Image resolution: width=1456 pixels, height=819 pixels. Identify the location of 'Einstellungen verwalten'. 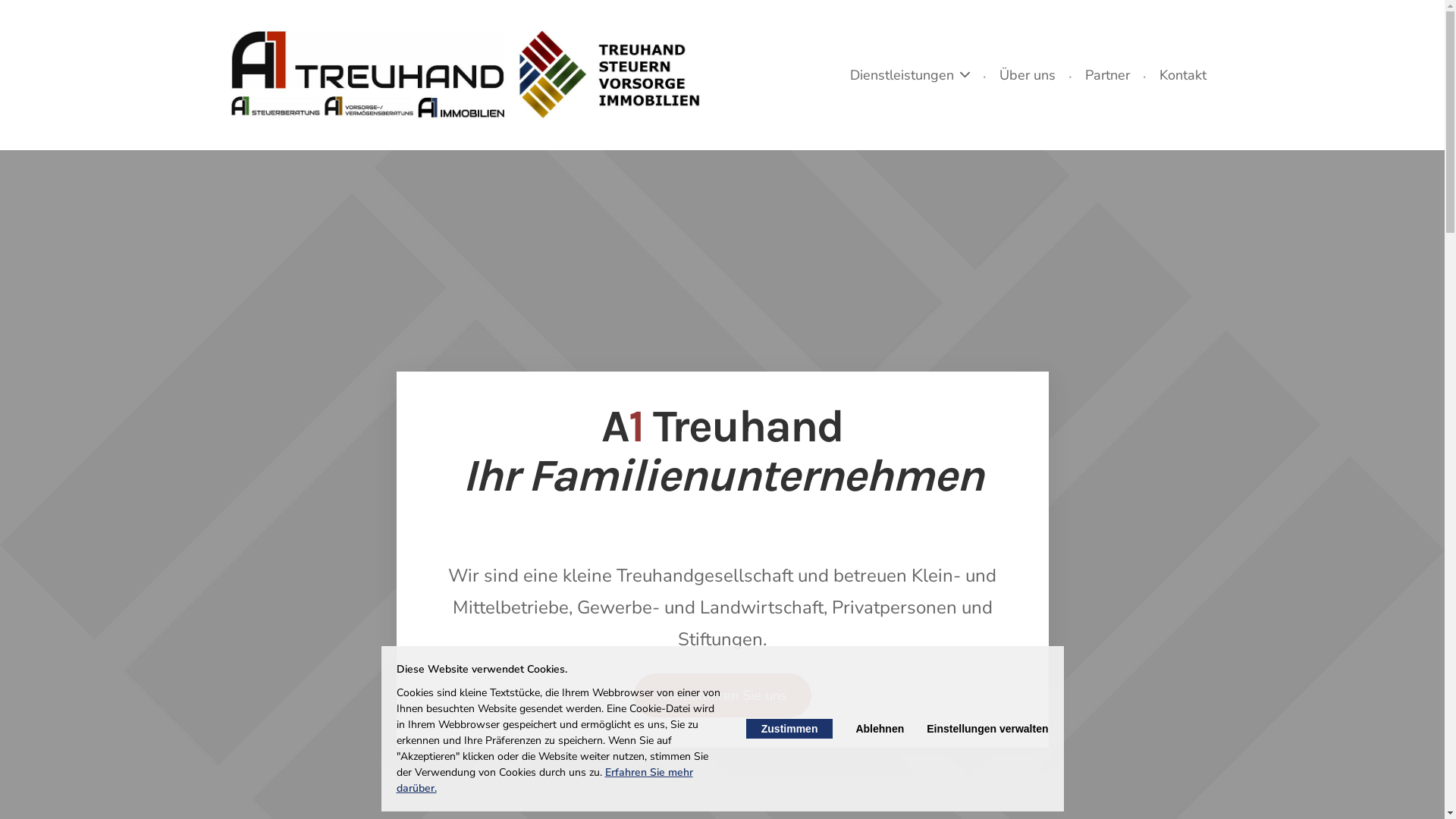
(926, 727).